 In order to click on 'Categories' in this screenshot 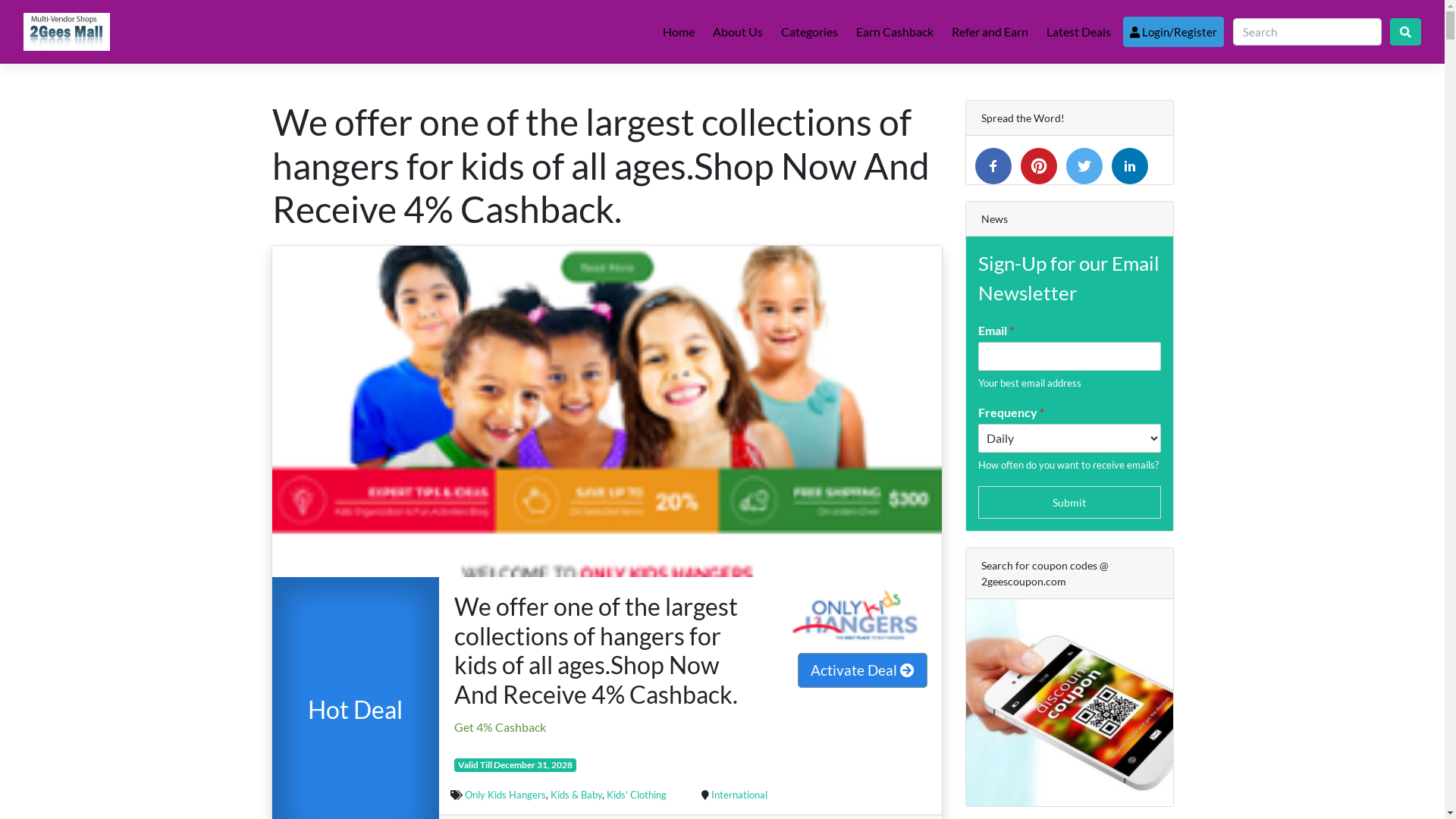, I will do `click(808, 32)`.